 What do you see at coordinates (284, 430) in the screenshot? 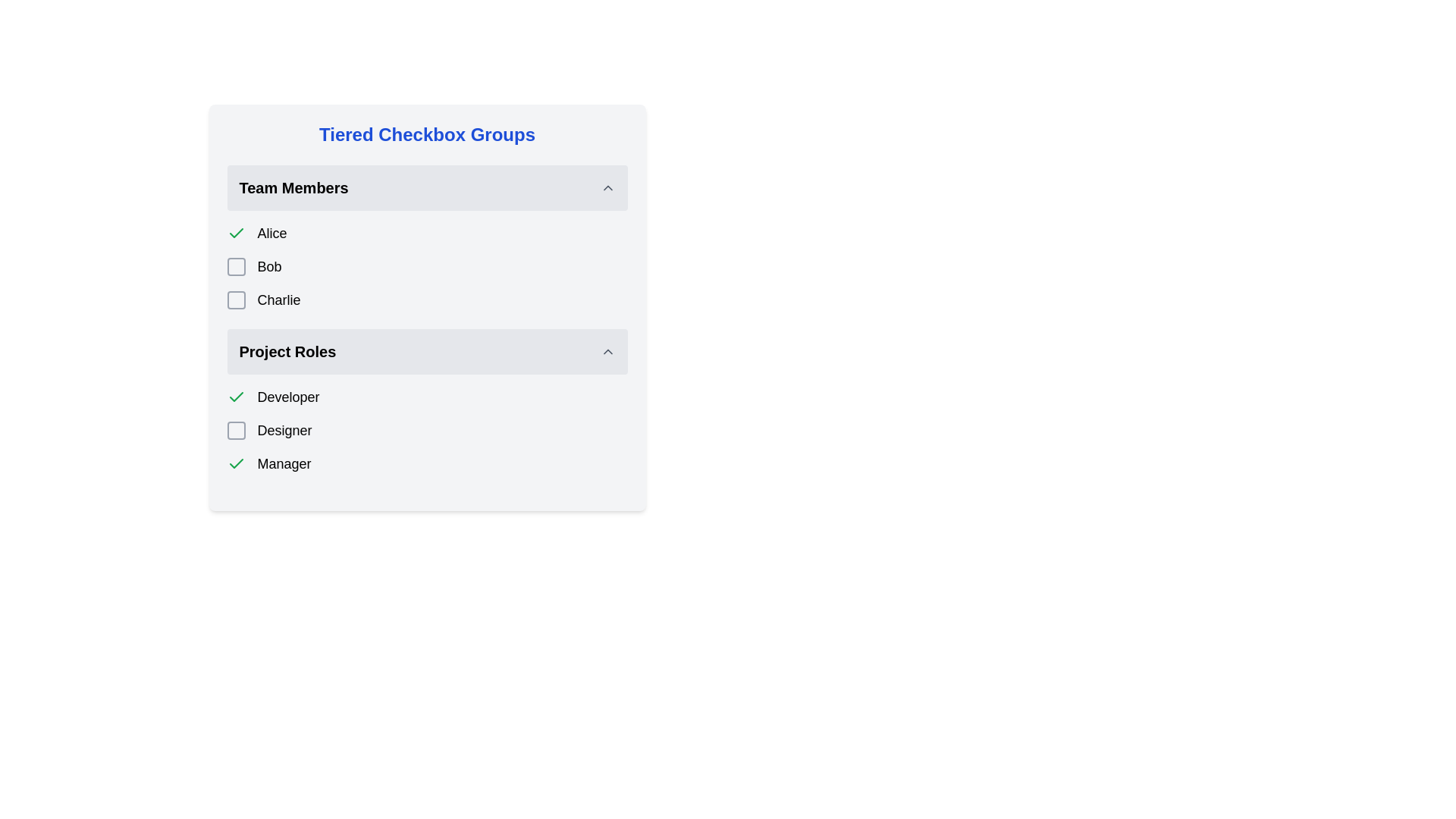
I see `the label indicating the 'Designer' role in the 'Project Roles' section, which is positioned next to the corresponding checkbox` at bounding box center [284, 430].